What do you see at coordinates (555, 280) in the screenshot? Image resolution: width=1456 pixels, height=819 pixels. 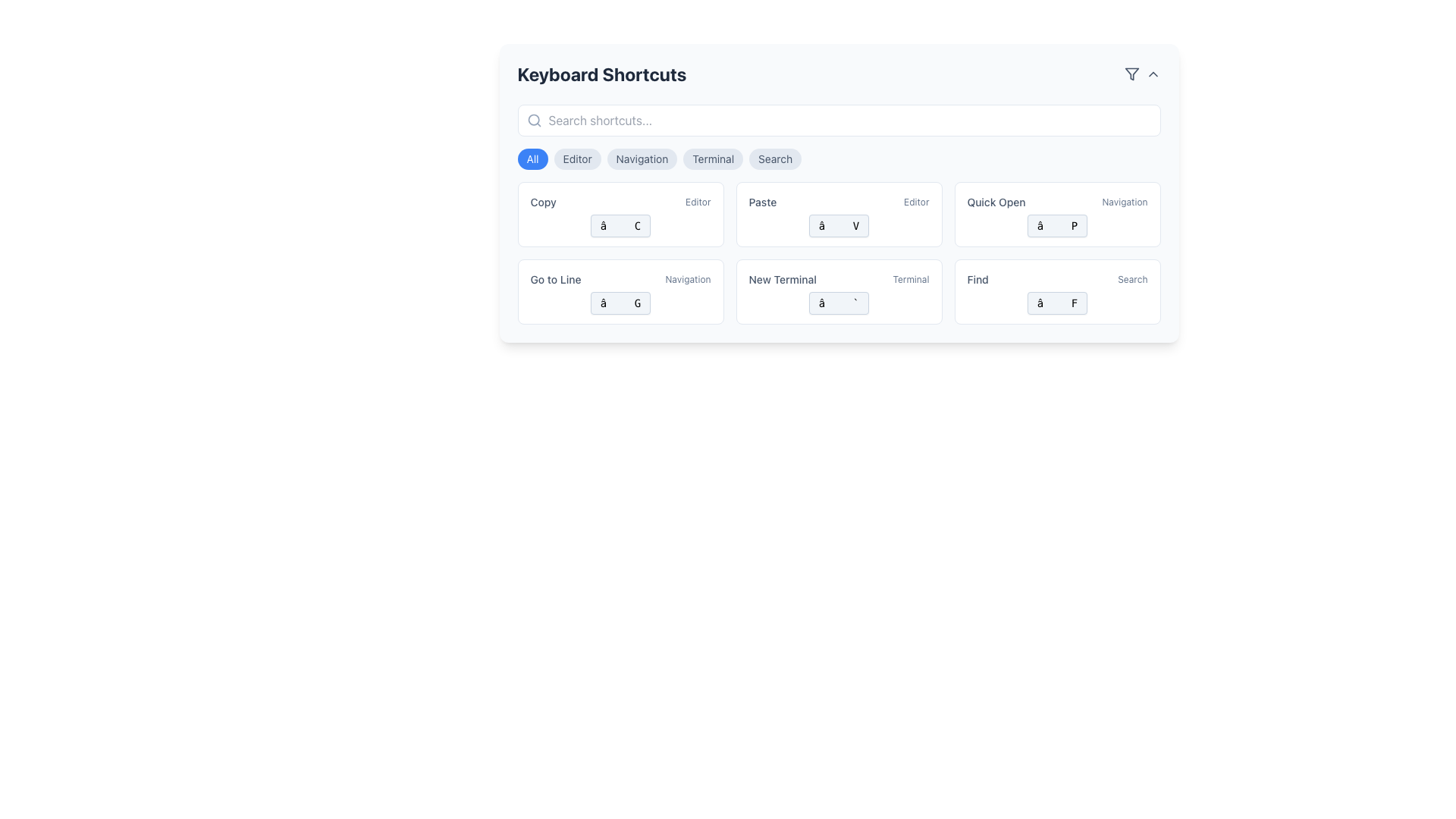 I see `the static text label that indicates the action associated with the keyboard shortcut in the second row of entries` at bounding box center [555, 280].